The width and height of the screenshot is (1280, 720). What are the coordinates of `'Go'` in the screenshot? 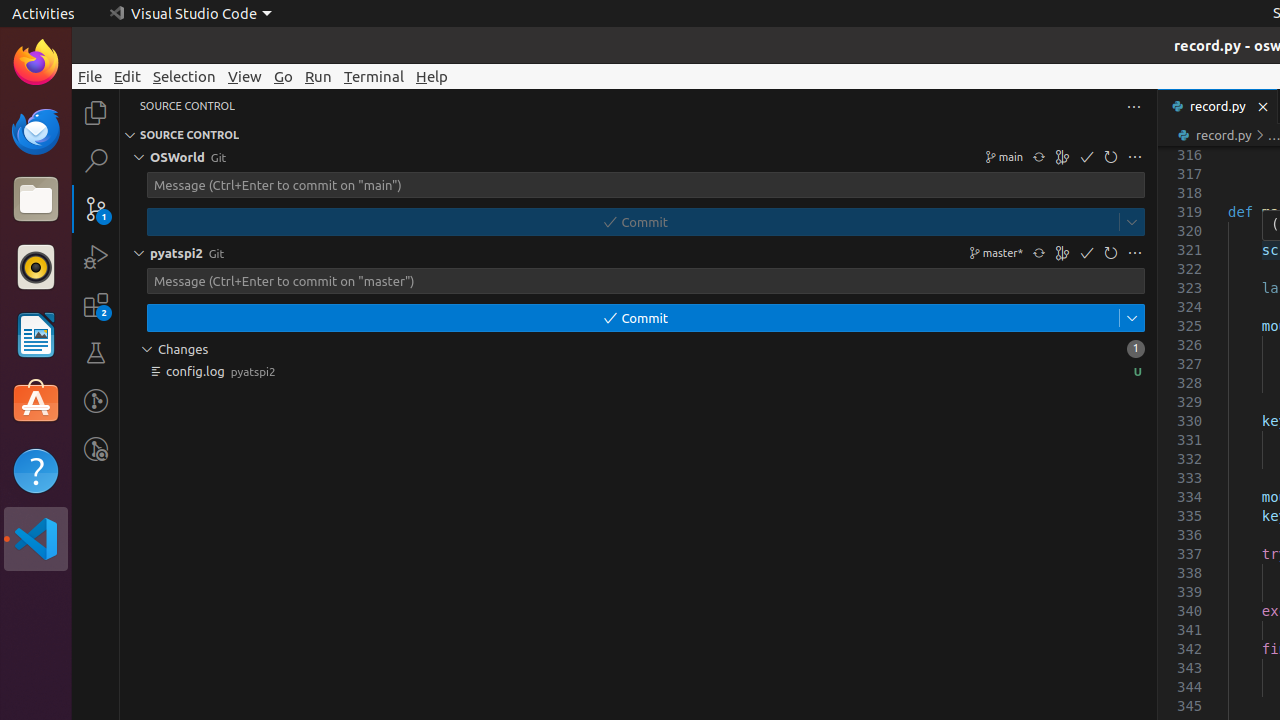 It's located at (282, 75).